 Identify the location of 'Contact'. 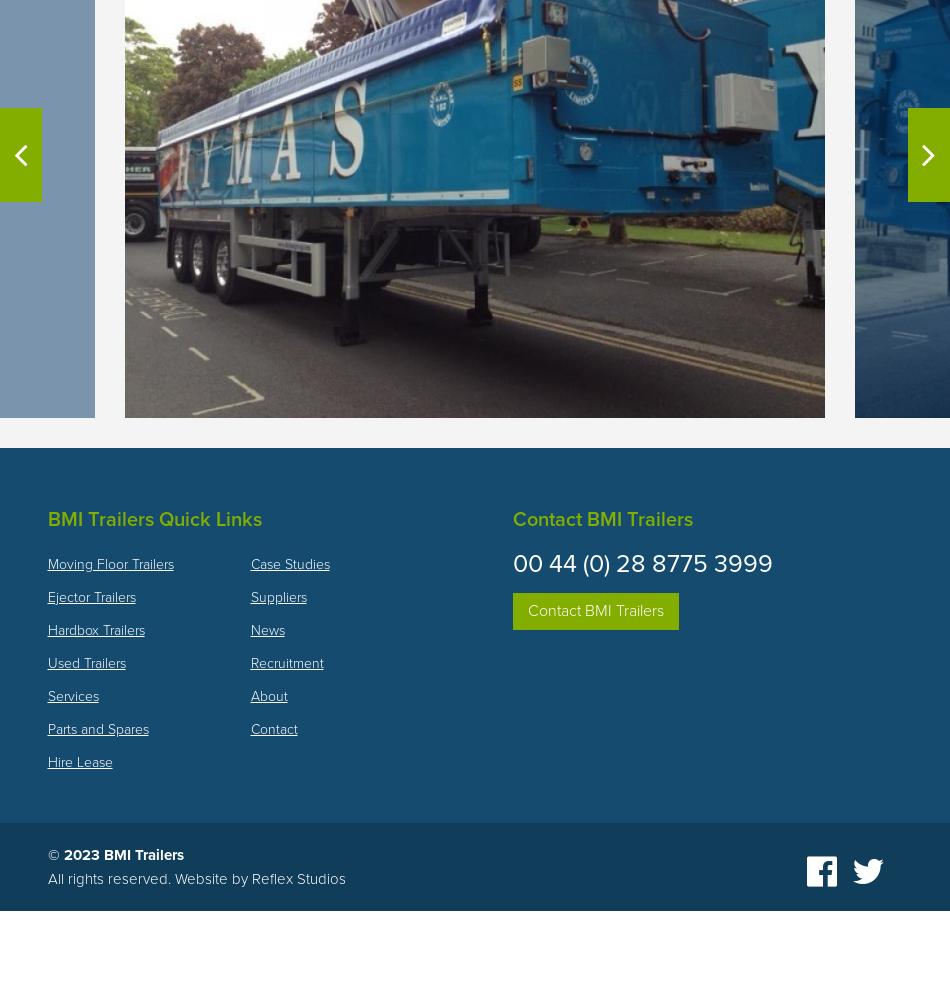
(272, 727).